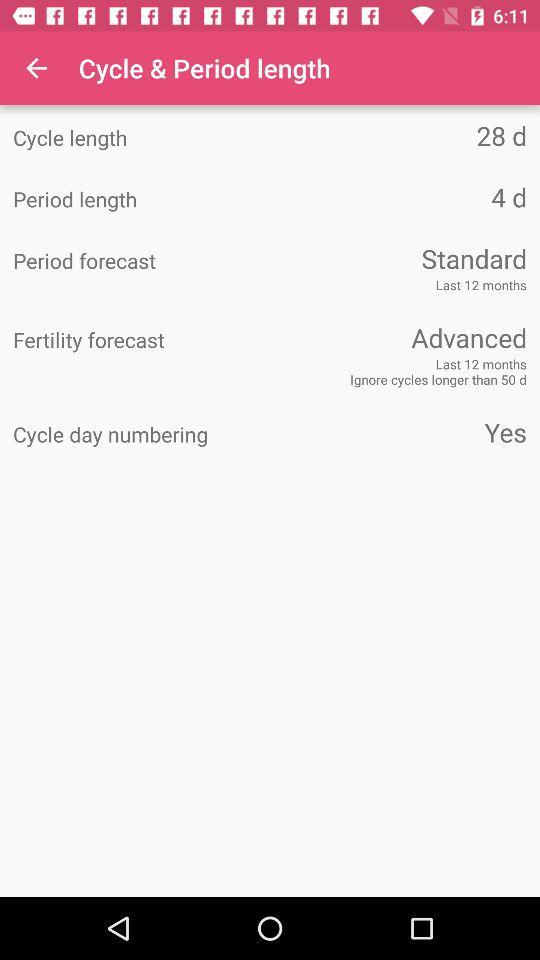 The image size is (540, 960). Describe the element at coordinates (398, 134) in the screenshot. I see `item below the cycle & period length` at that location.